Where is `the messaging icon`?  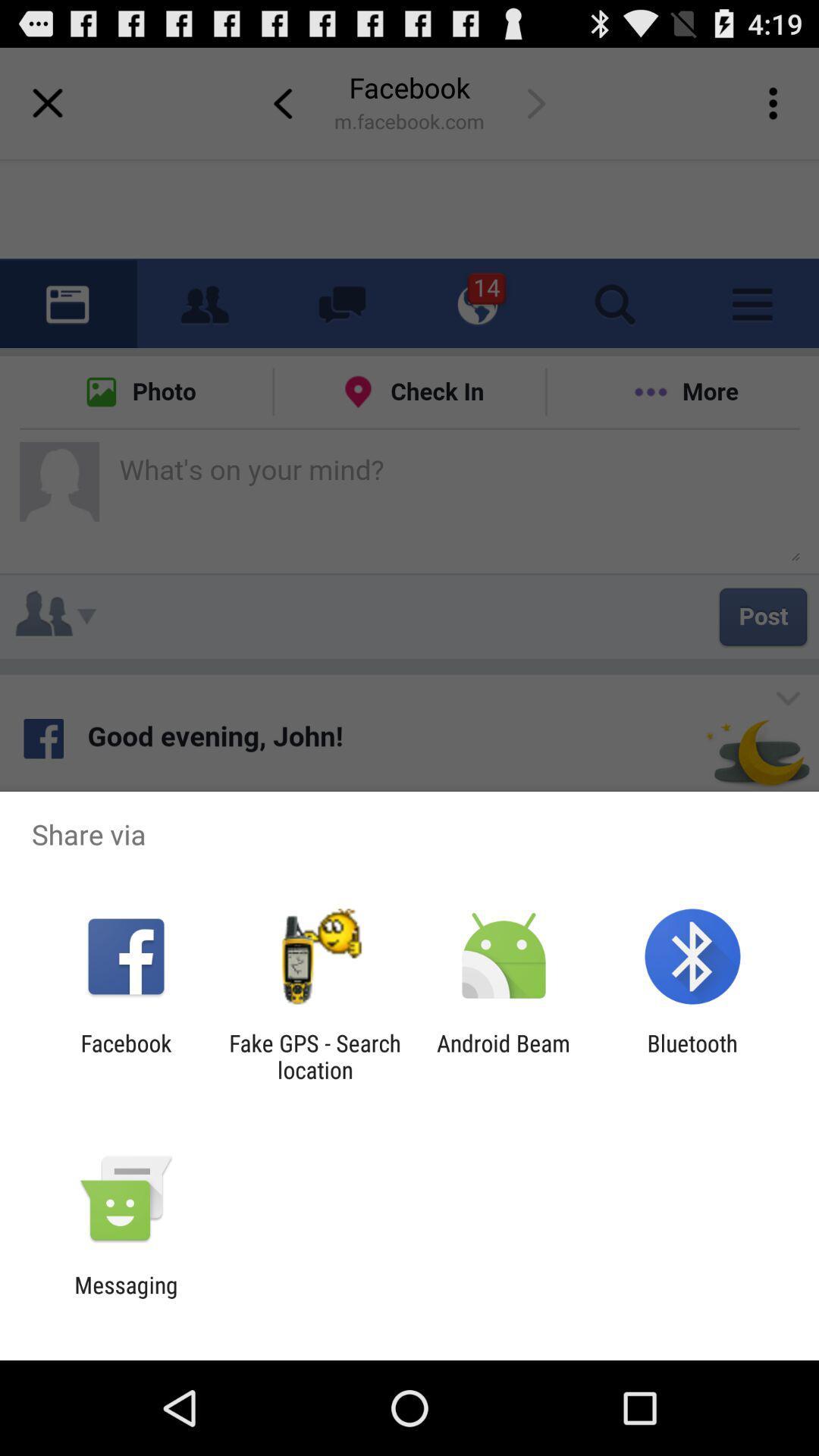 the messaging icon is located at coordinates (125, 1298).